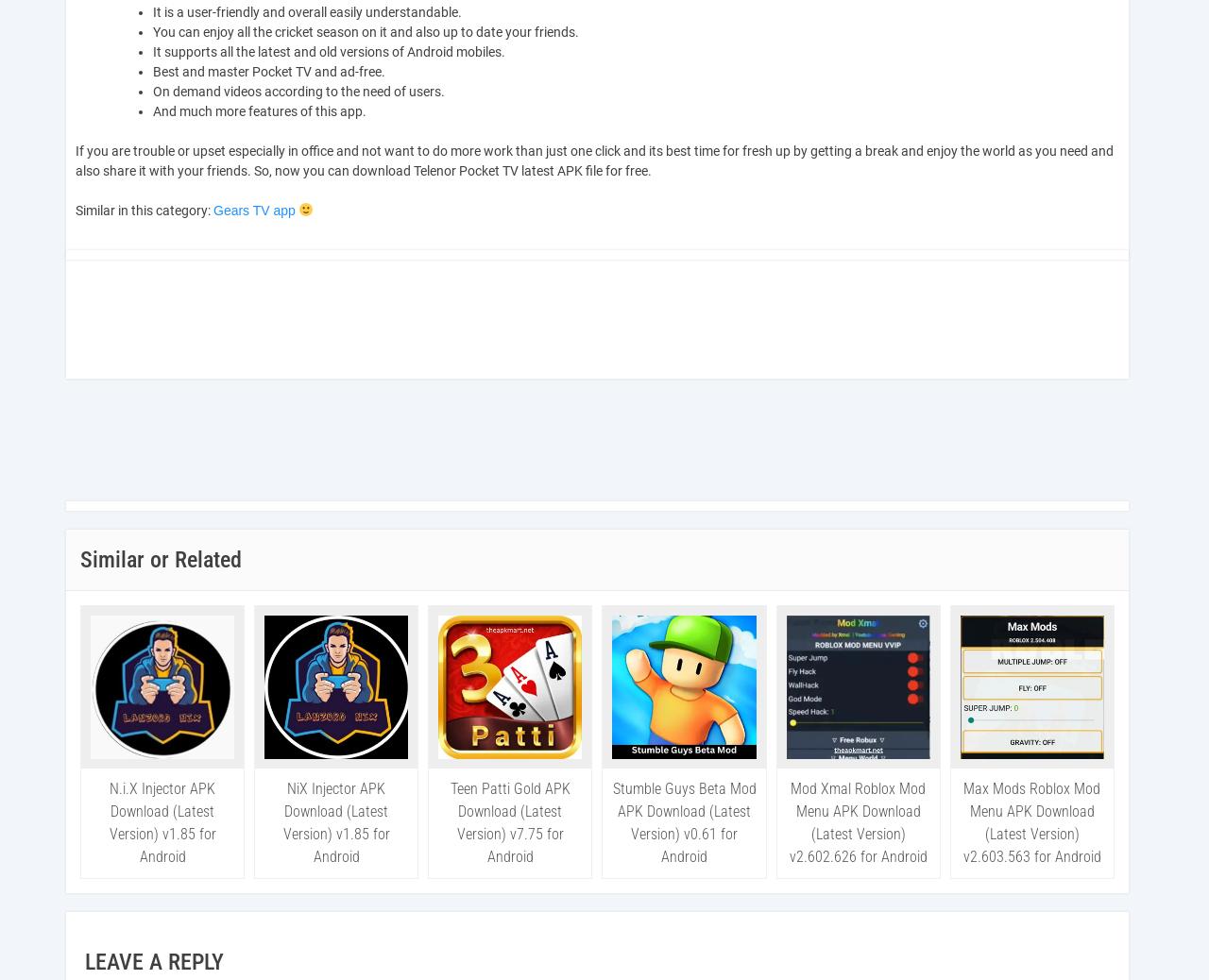 The image size is (1209, 980). Describe the element at coordinates (857, 822) in the screenshot. I see `'Mod Xmal Roblox Mod Menu APK Download (Latest Version) v2.602.626 for Android'` at that location.